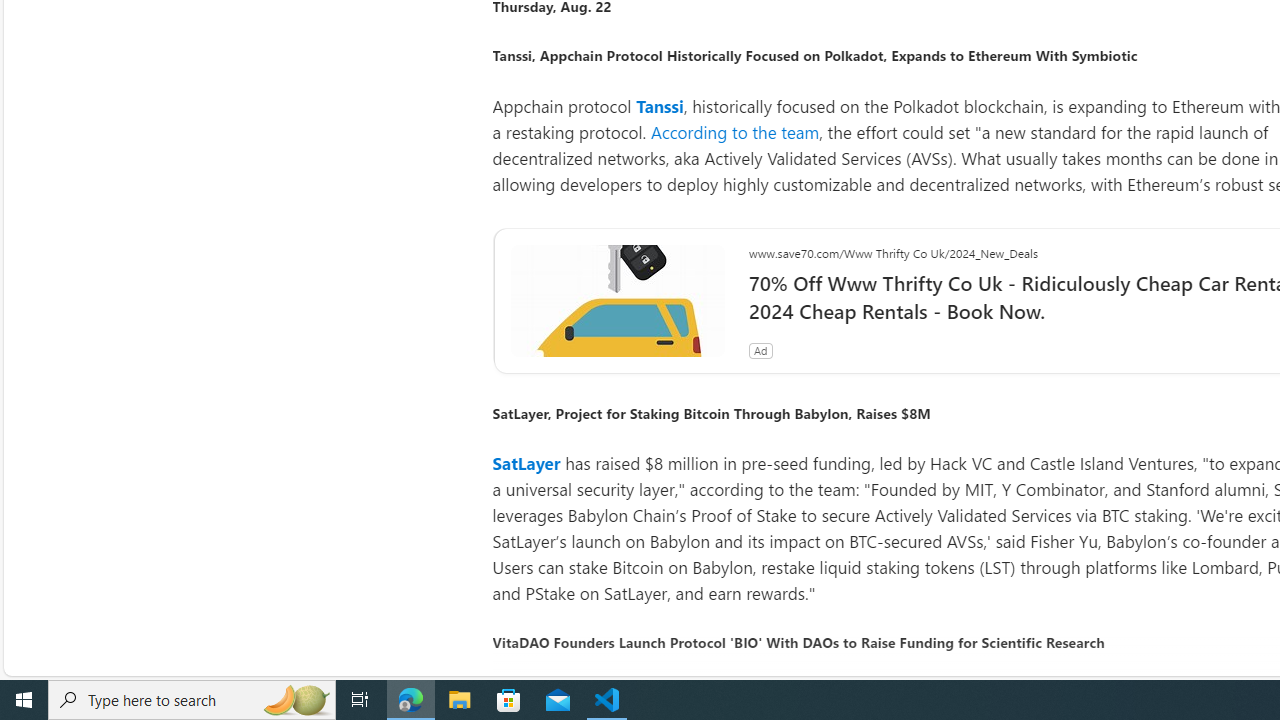  Describe the element at coordinates (734, 131) in the screenshot. I see `'According to the team'` at that location.